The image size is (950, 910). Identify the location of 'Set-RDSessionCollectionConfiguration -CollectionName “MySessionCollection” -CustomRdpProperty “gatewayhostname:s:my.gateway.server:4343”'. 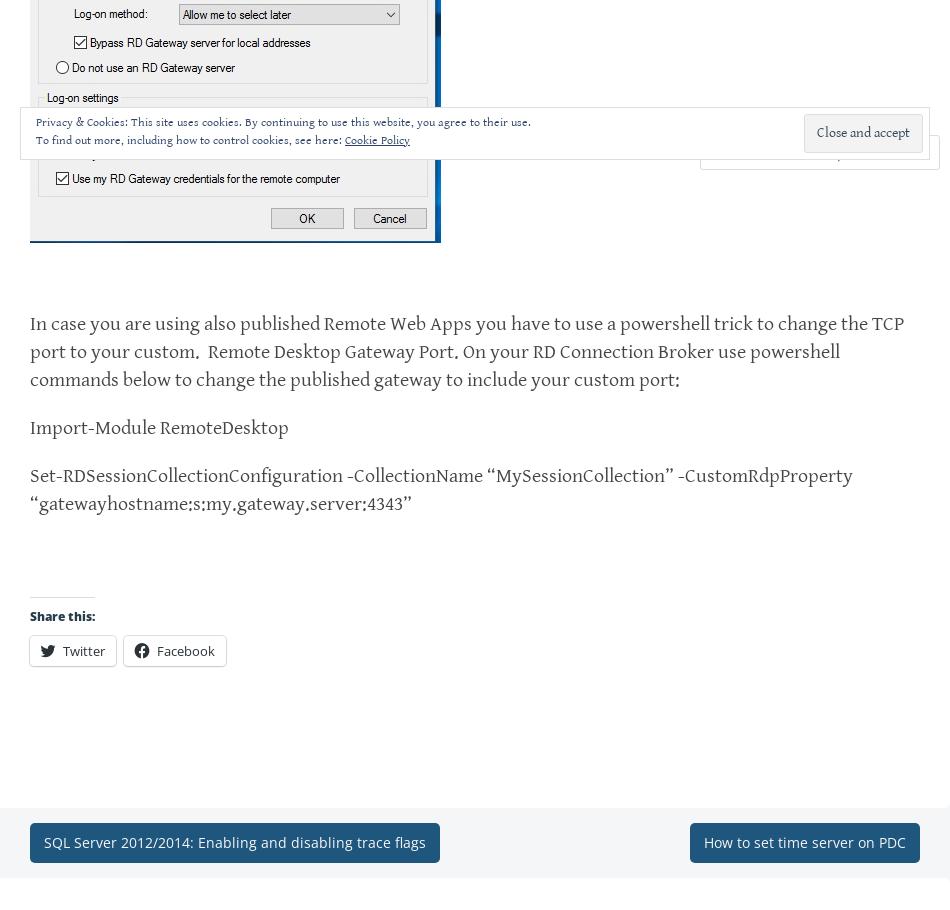
(30, 490).